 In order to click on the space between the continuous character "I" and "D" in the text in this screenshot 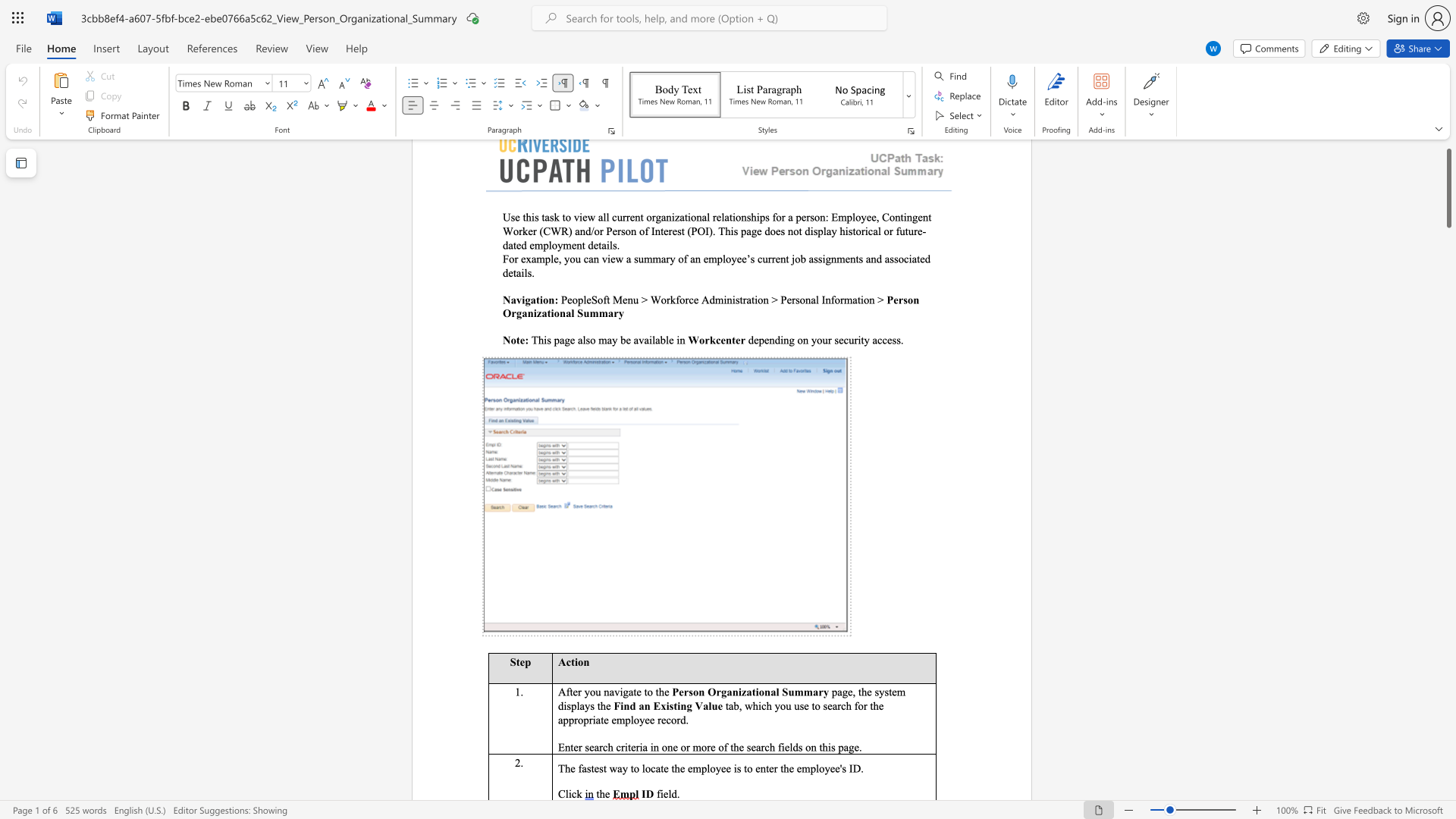, I will do `click(854, 768)`.